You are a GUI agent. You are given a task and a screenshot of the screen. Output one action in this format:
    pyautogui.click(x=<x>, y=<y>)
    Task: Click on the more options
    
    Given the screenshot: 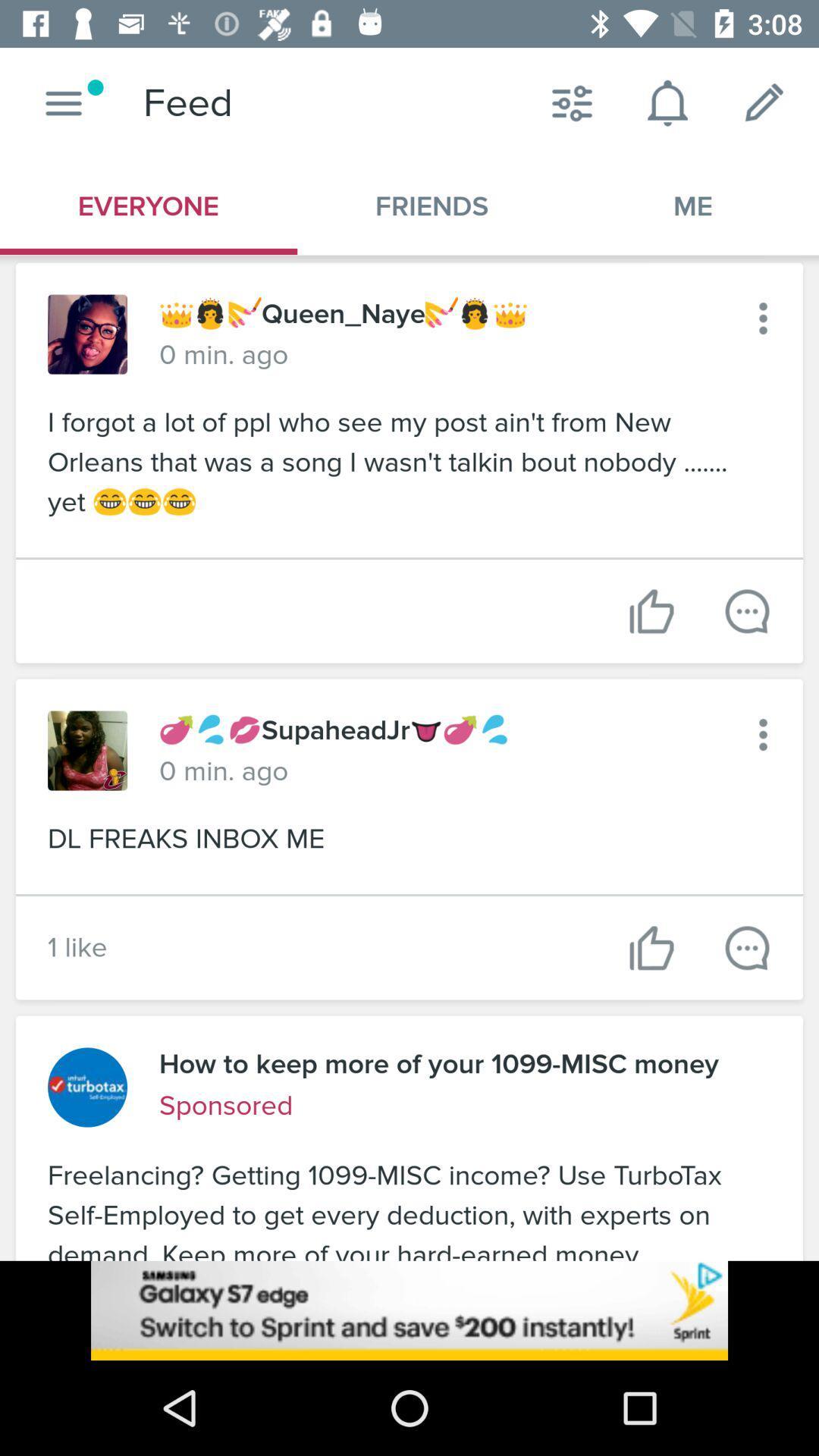 What is the action you would take?
    pyautogui.click(x=763, y=735)
    